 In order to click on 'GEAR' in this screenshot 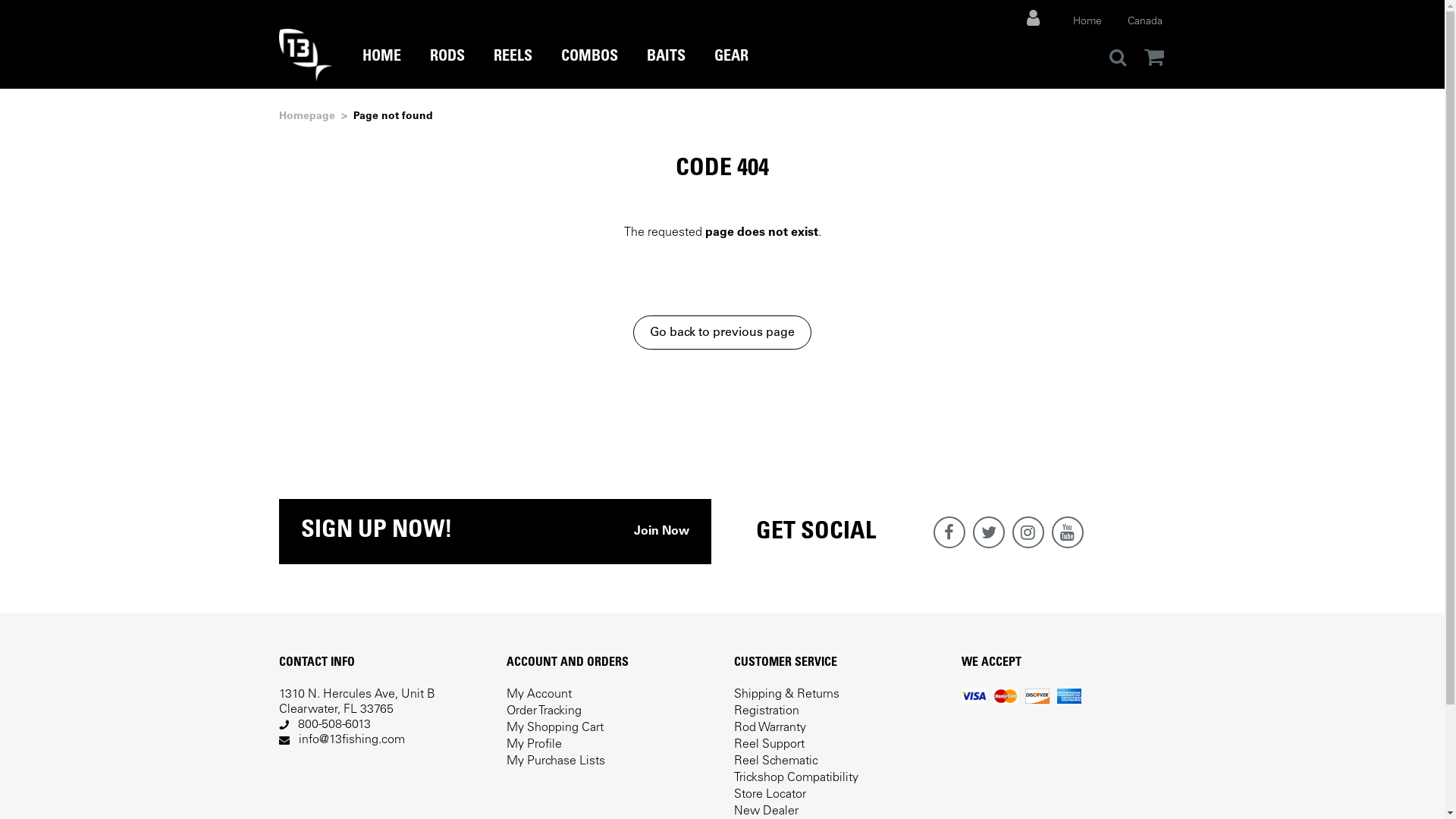, I will do `click(731, 68)`.